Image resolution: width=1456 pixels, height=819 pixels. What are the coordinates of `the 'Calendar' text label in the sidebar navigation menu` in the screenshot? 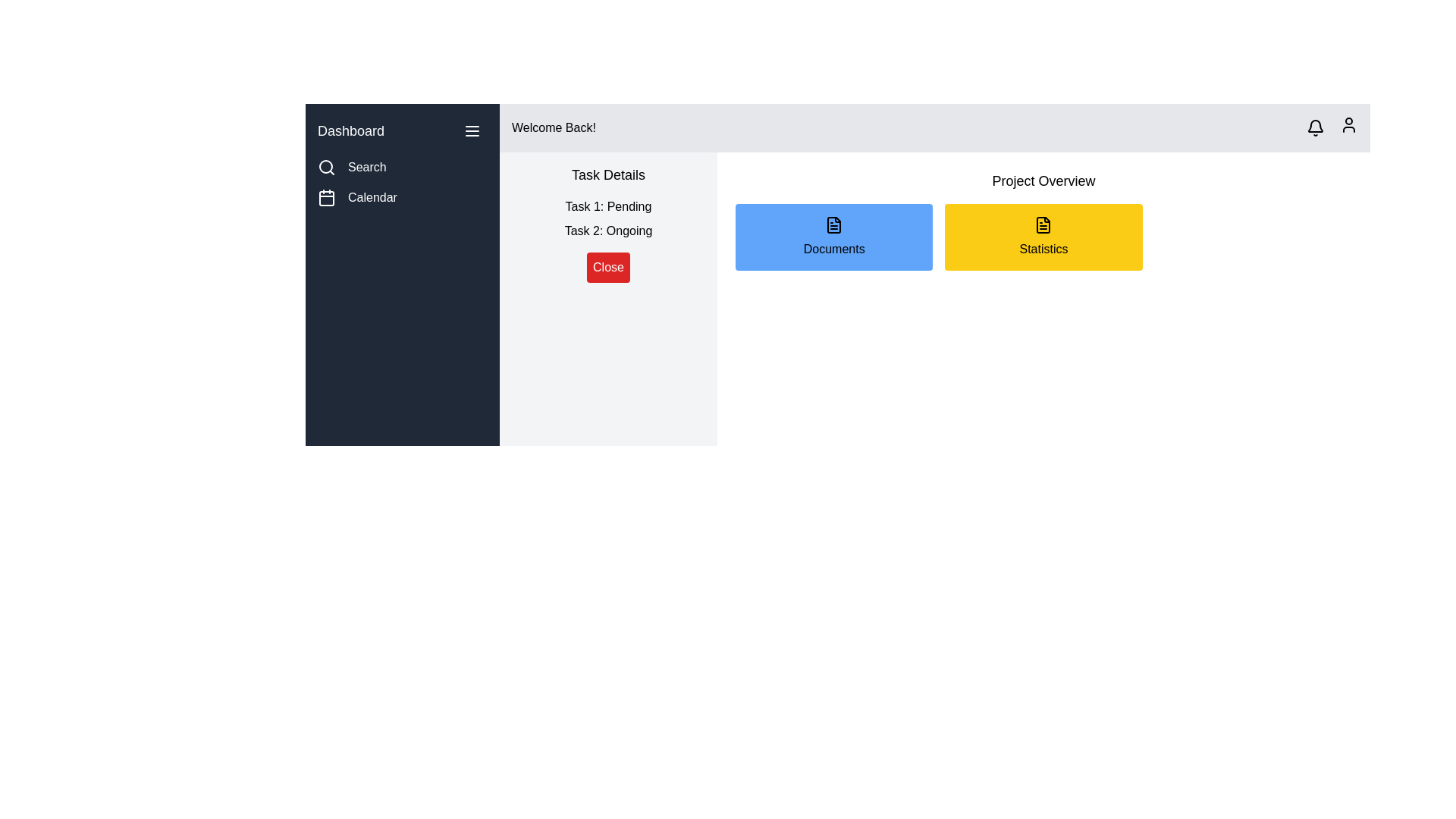 It's located at (372, 197).